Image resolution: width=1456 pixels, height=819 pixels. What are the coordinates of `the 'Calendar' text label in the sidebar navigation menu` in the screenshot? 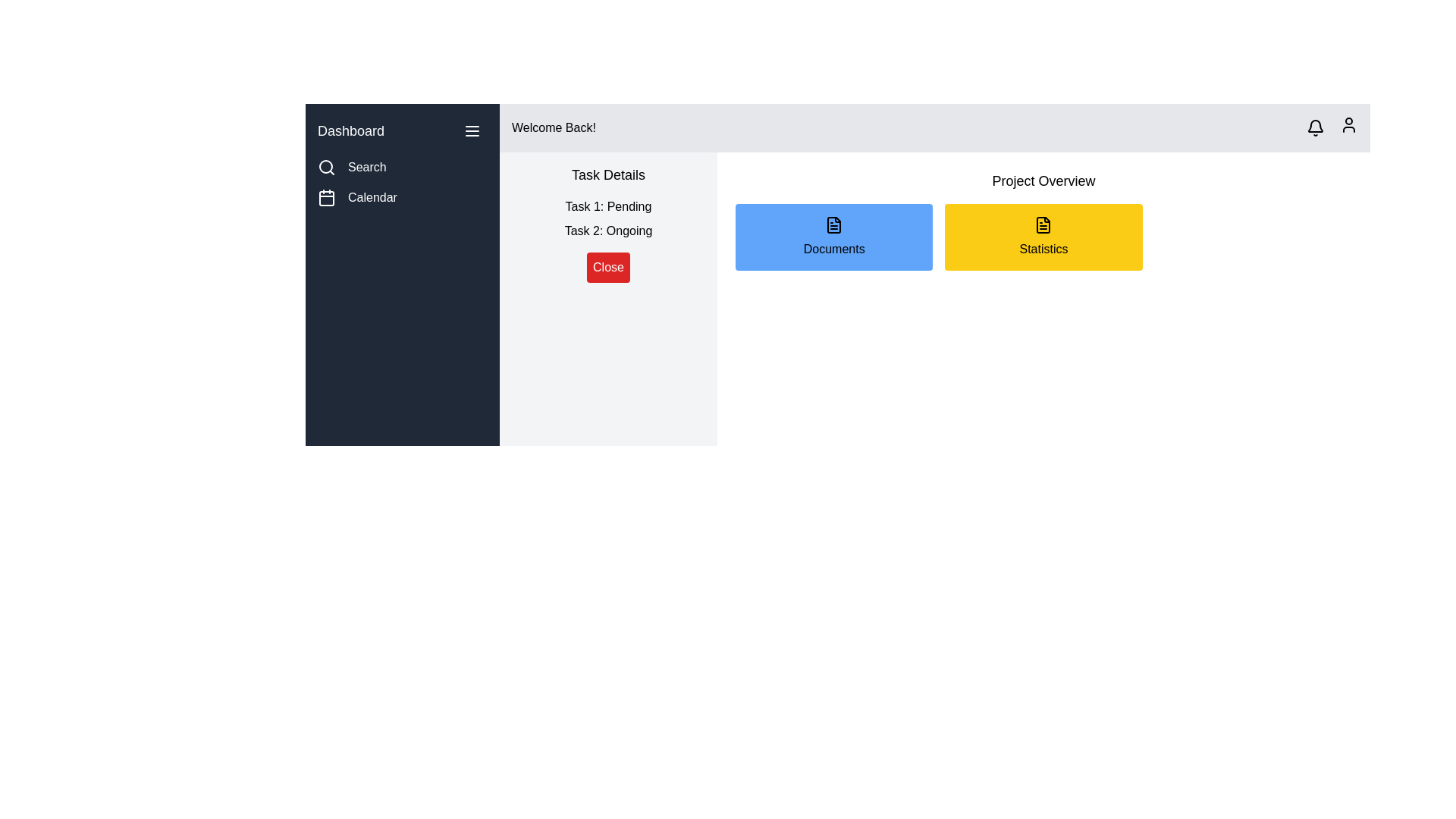 It's located at (372, 197).